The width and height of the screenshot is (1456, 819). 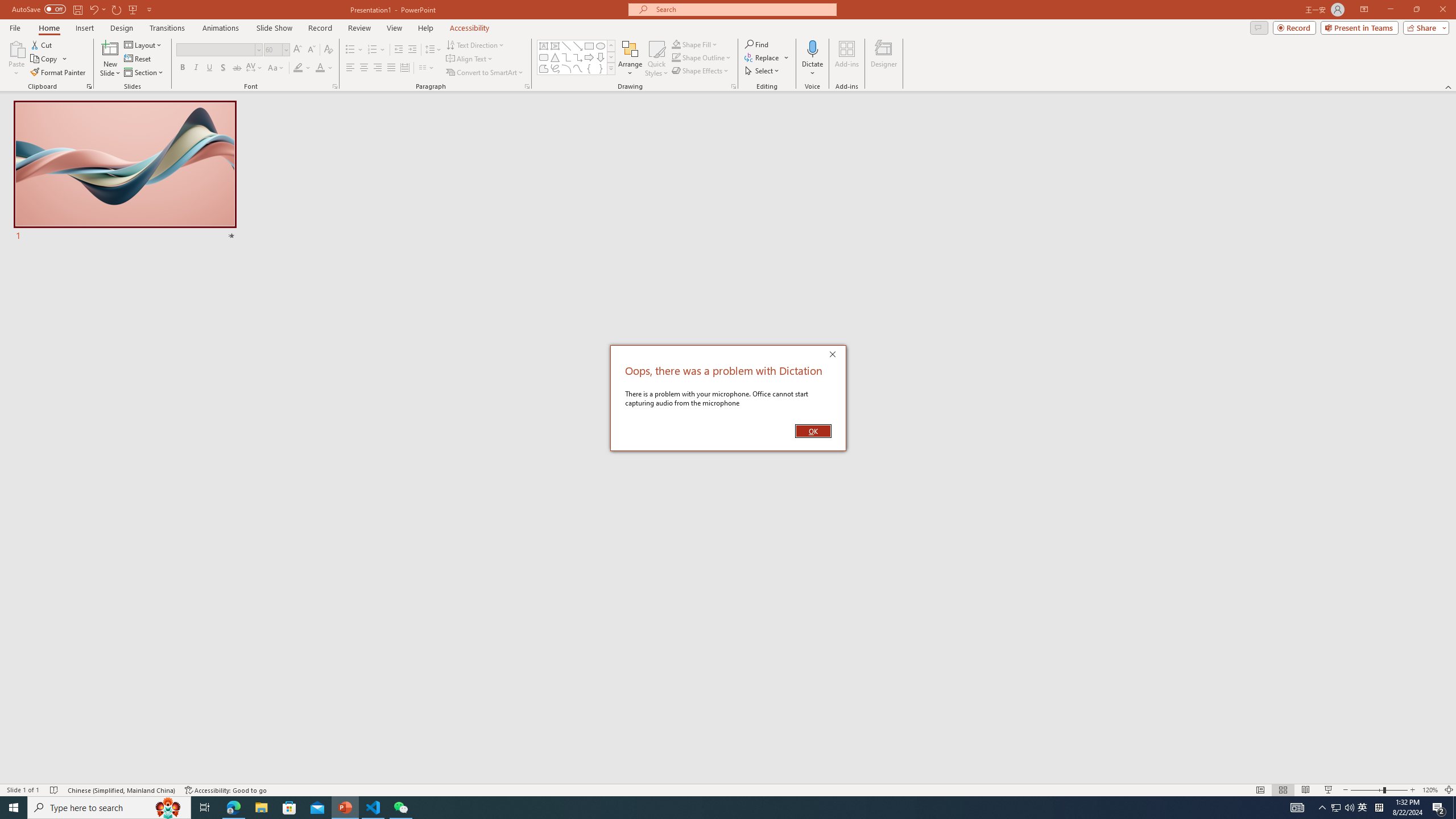 I want to click on 'Font...', so click(x=334, y=85).